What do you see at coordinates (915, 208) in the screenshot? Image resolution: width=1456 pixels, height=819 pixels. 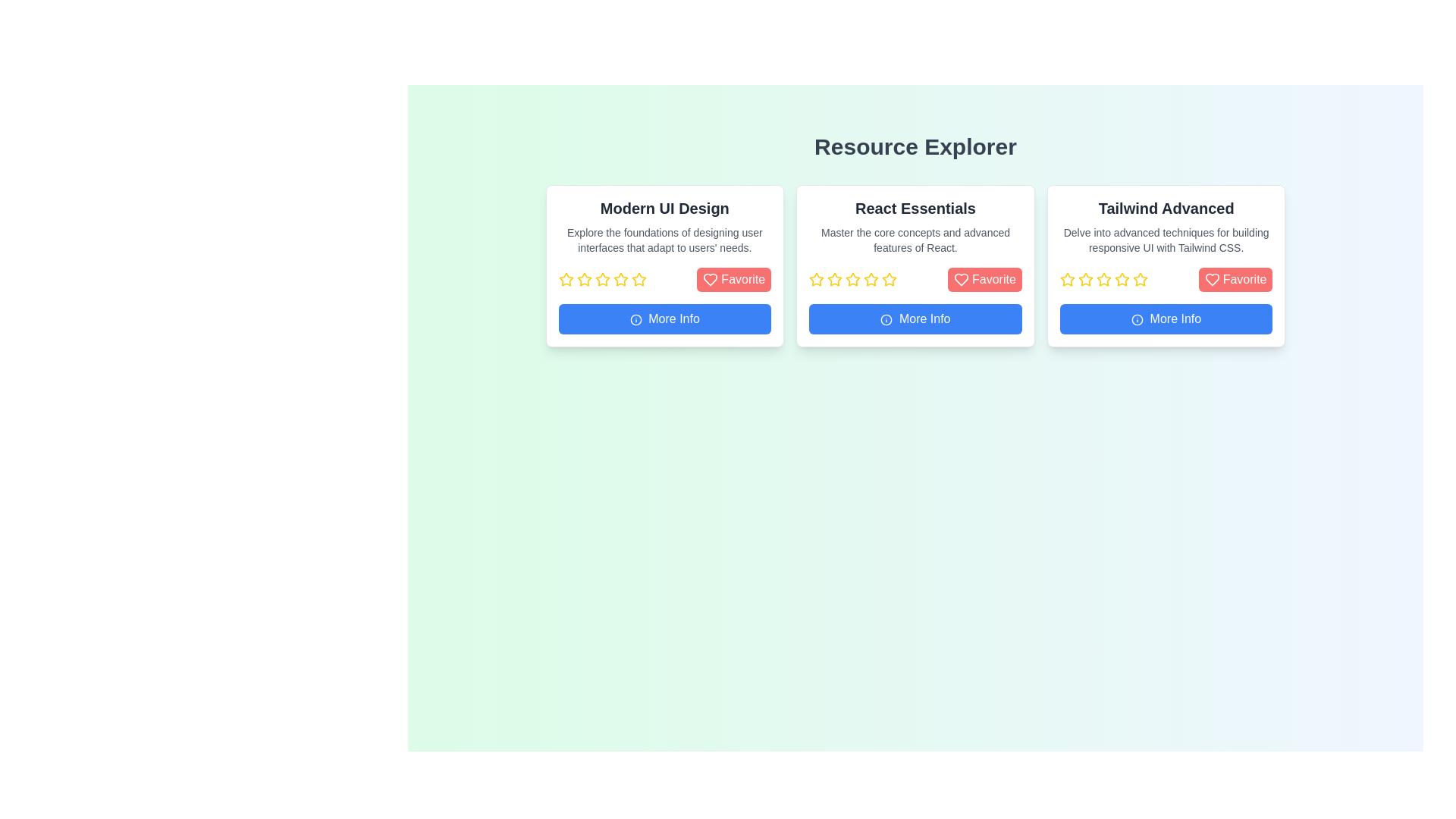 I see `the text heading at the top of the middle card, which describes the title of the resource or module encapsulated within the card` at bounding box center [915, 208].